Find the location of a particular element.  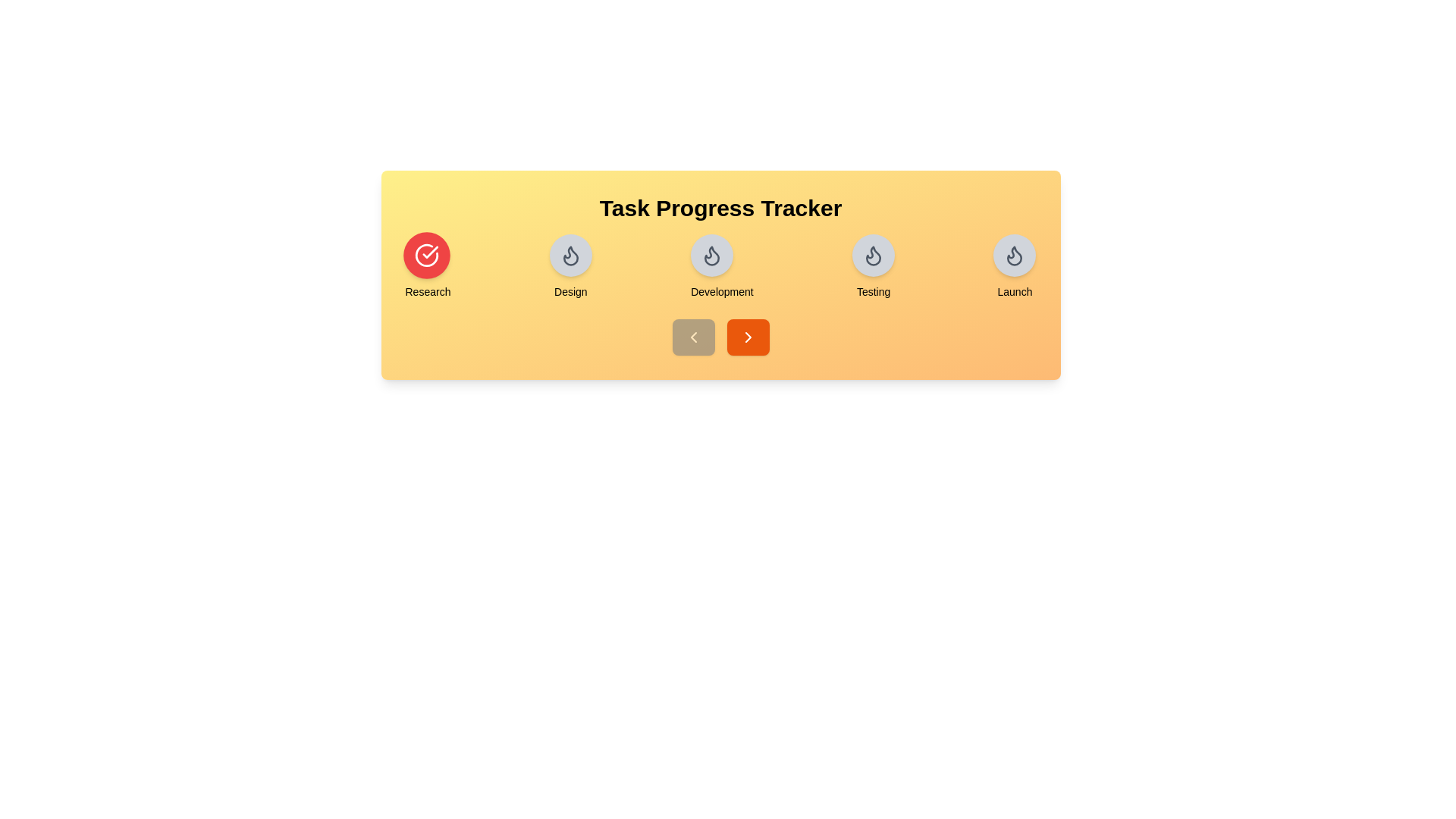

the flame-shaped icon with a thin outline, located in the third column beneath the 'Development' label is located at coordinates (1015, 255).